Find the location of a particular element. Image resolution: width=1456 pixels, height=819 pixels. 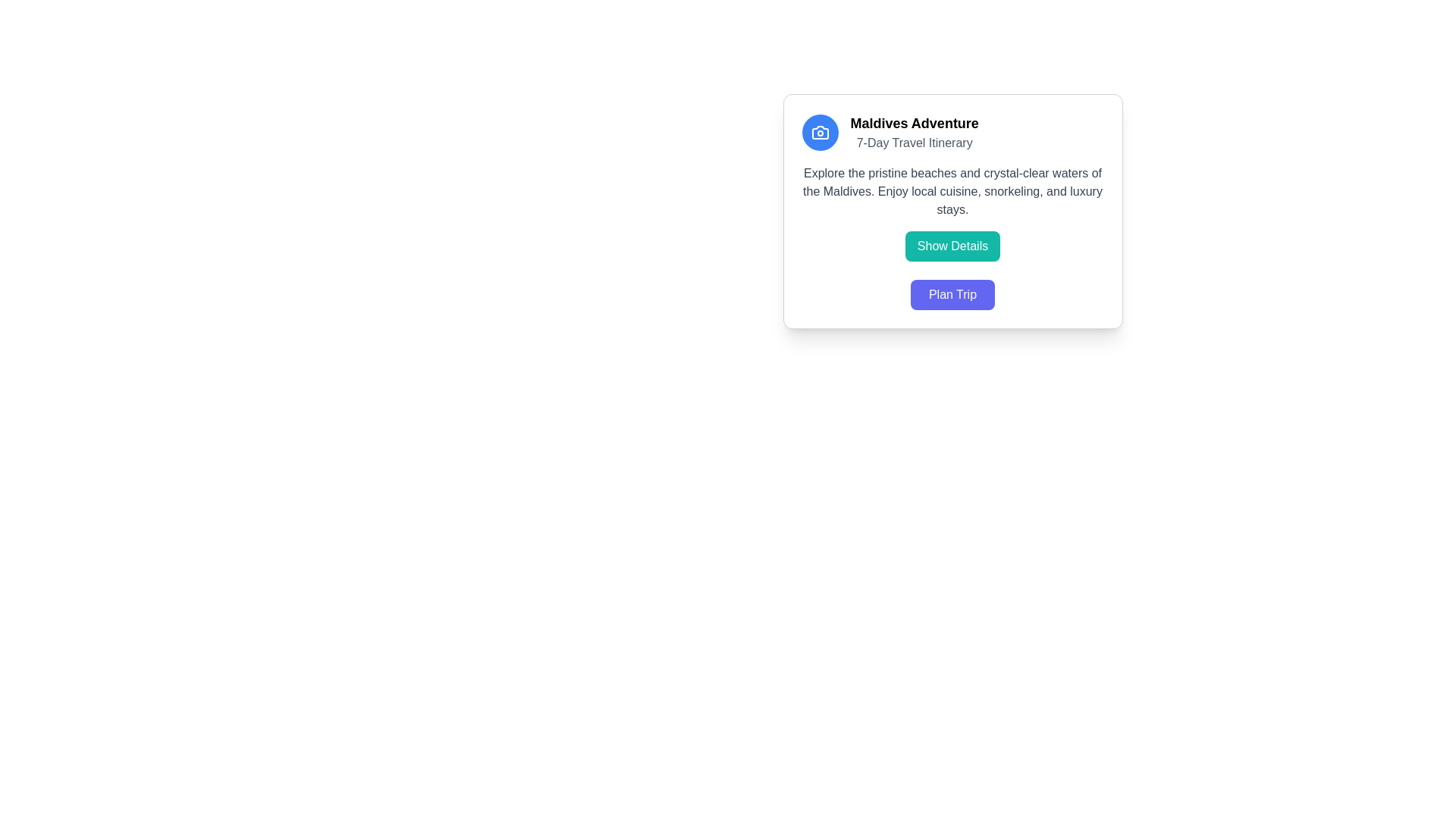

the 'Plan Trip' button with a purple background and white text, located at the bottom of the 'Maldives Adventure' panel, below the 'Show Details' green button is located at coordinates (952, 295).